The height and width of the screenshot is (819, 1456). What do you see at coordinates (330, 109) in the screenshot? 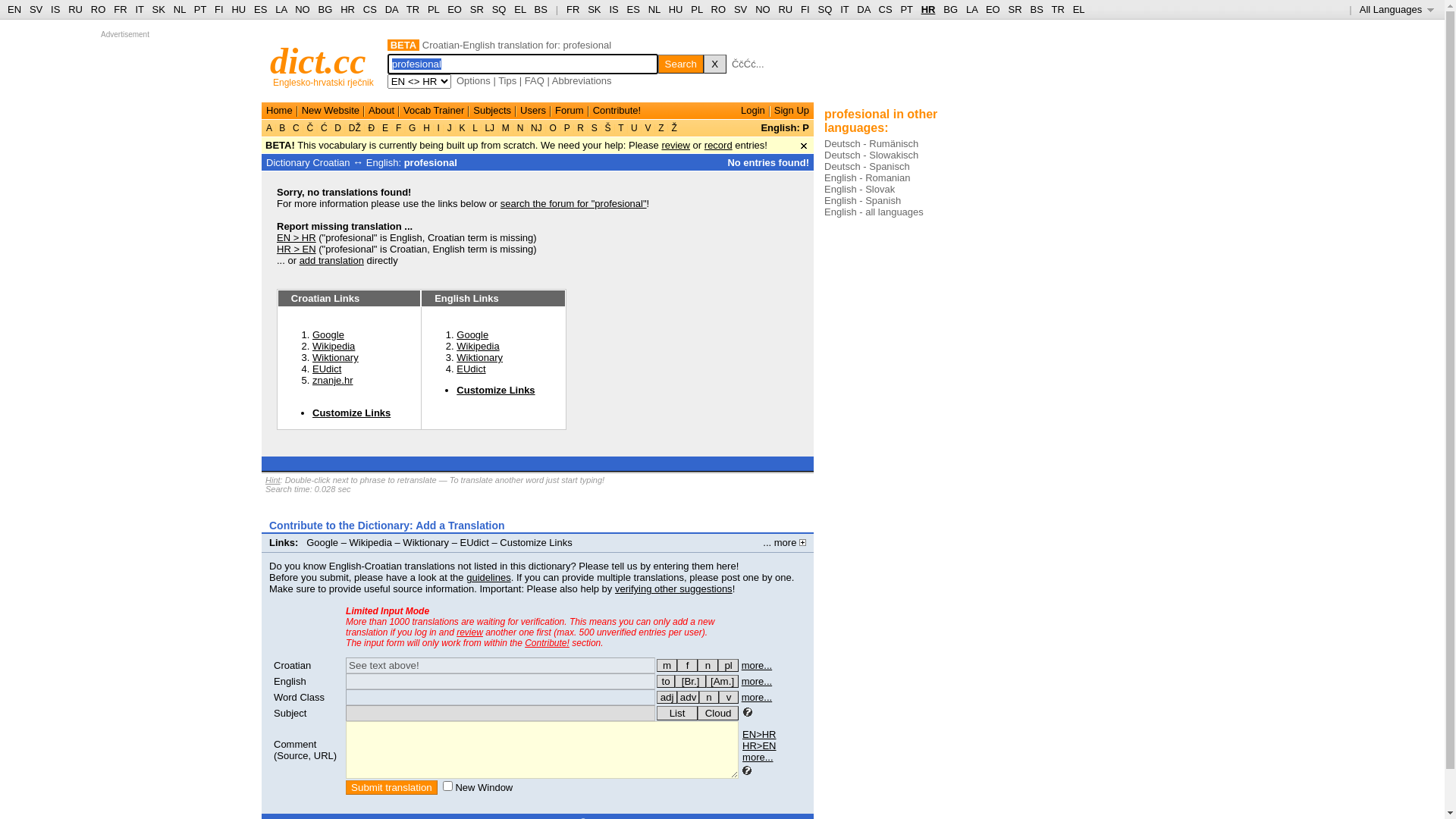
I see `'New Website'` at bounding box center [330, 109].